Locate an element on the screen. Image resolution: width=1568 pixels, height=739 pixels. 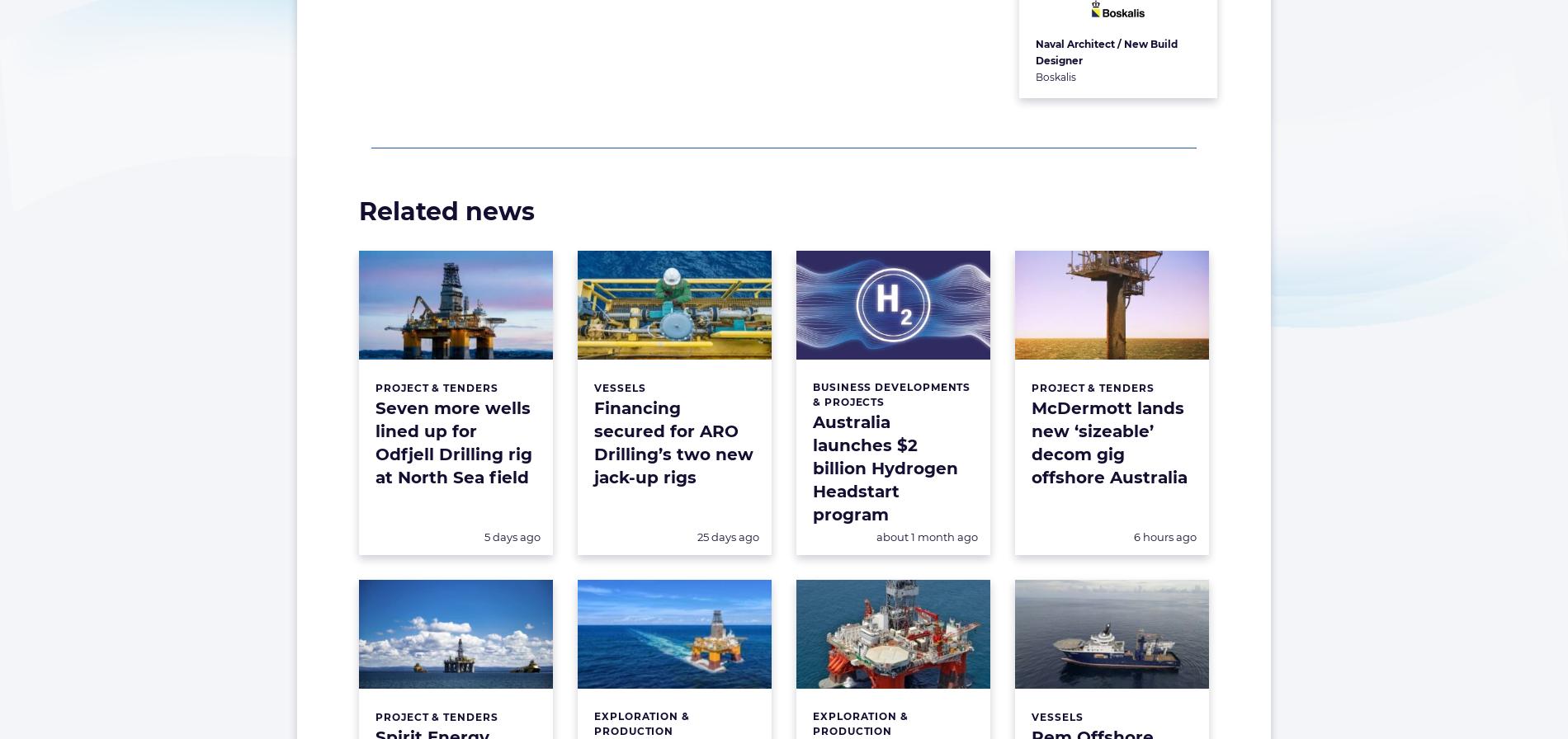
'Business Developments & Projects' is located at coordinates (891, 393).